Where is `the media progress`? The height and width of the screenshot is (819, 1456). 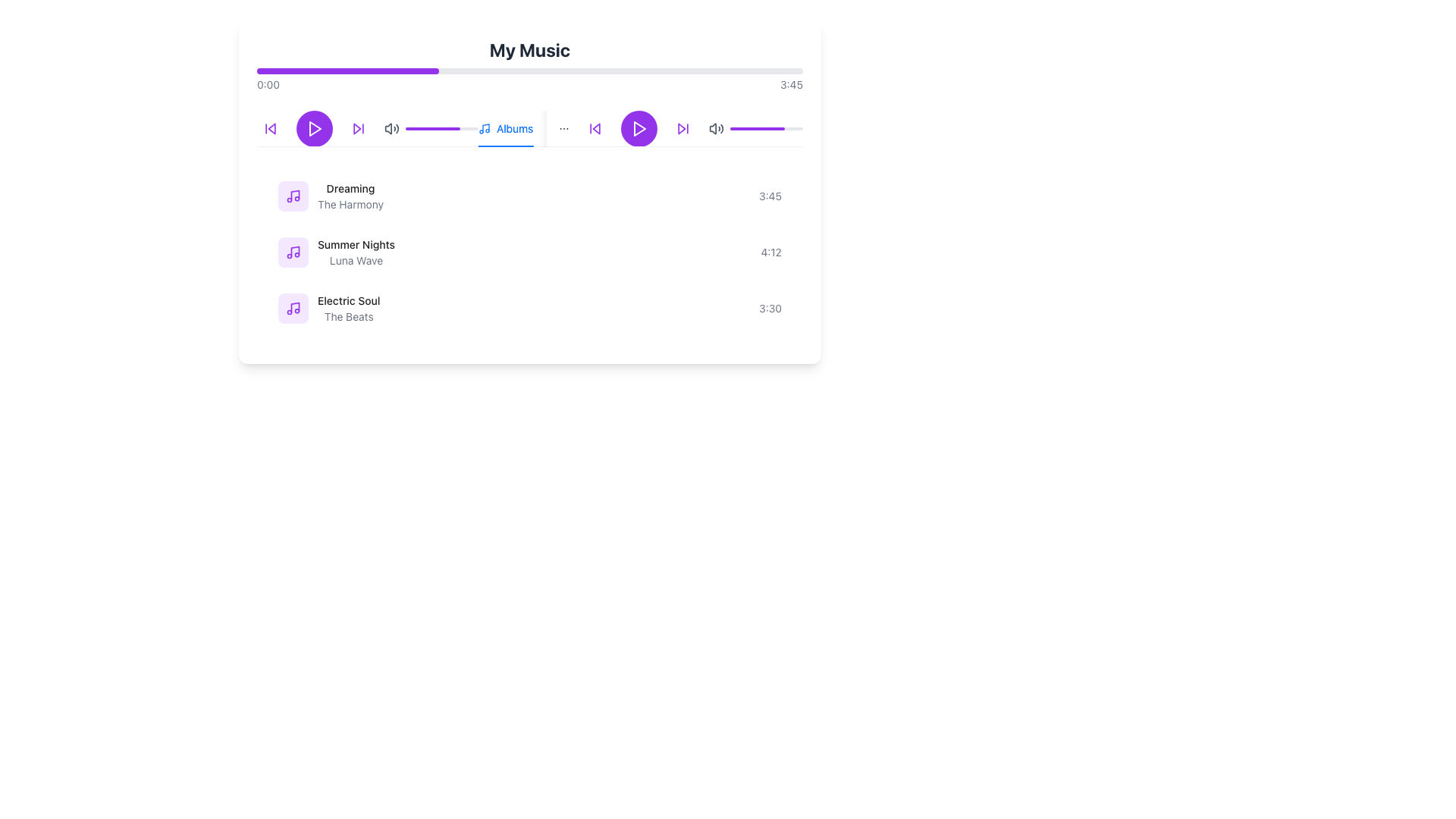 the media progress is located at coordinates (362, 71).